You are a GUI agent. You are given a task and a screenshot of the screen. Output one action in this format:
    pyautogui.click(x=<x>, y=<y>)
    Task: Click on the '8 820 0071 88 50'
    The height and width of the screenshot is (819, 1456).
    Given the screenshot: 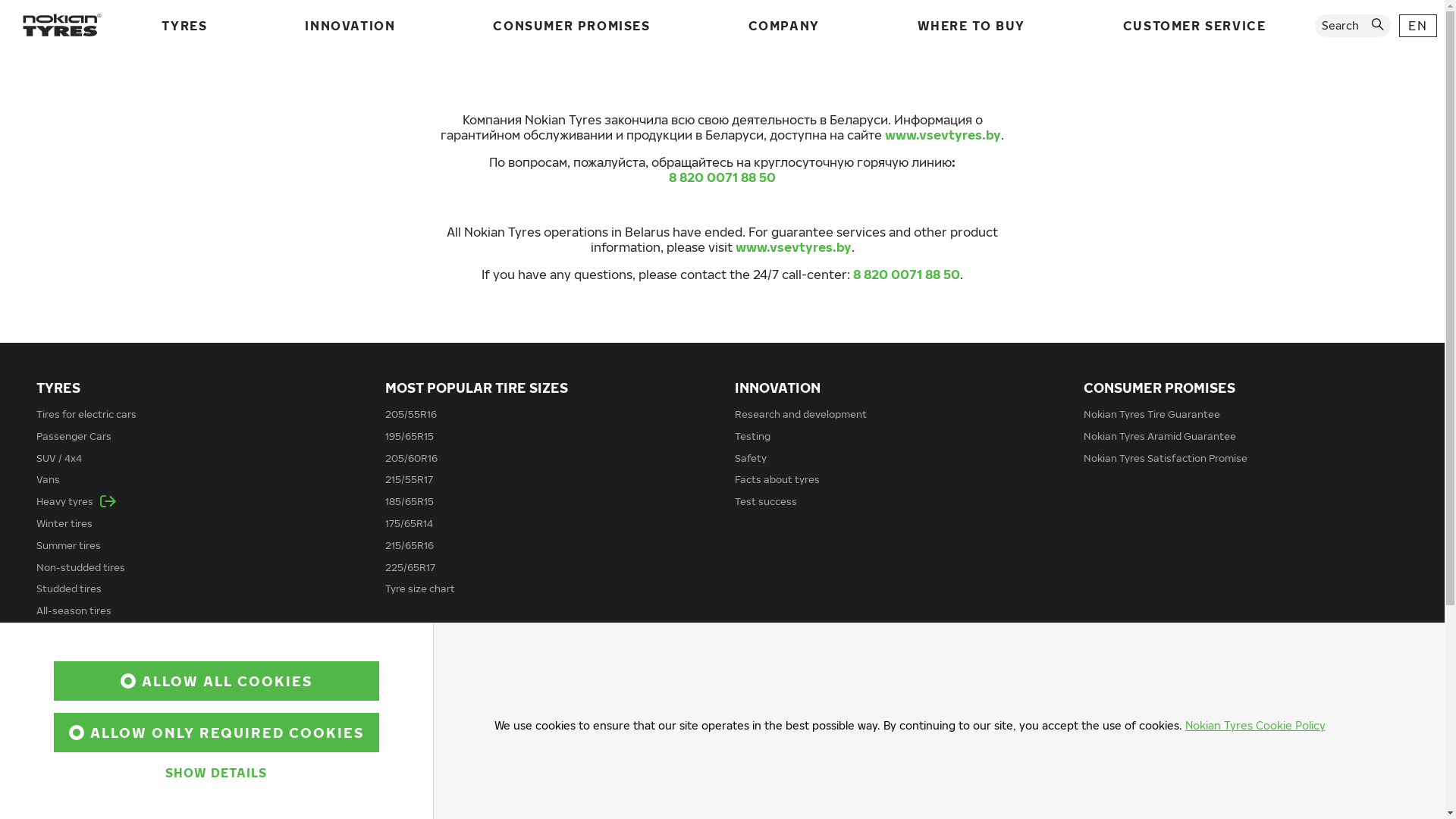 What is the action you would take?
    pyautogui.click(x=668, y=177)
    